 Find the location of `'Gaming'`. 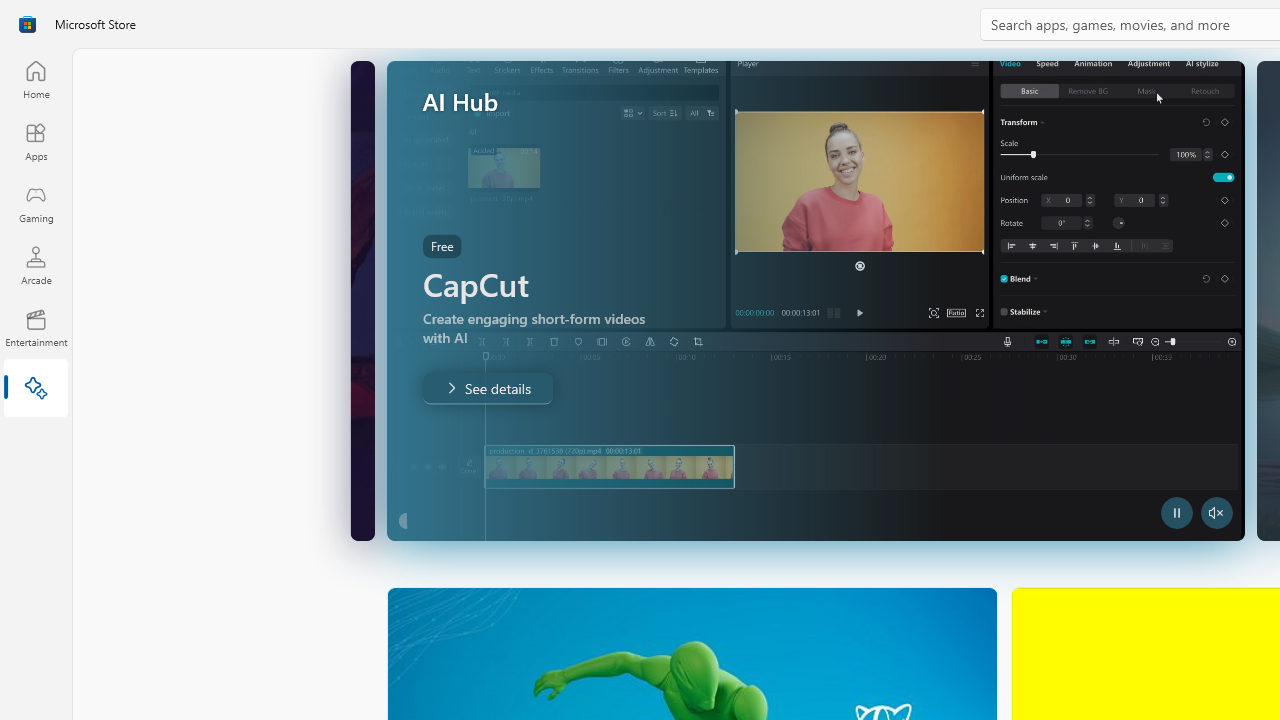

'Gaming' is located at coordinates (35, 203).